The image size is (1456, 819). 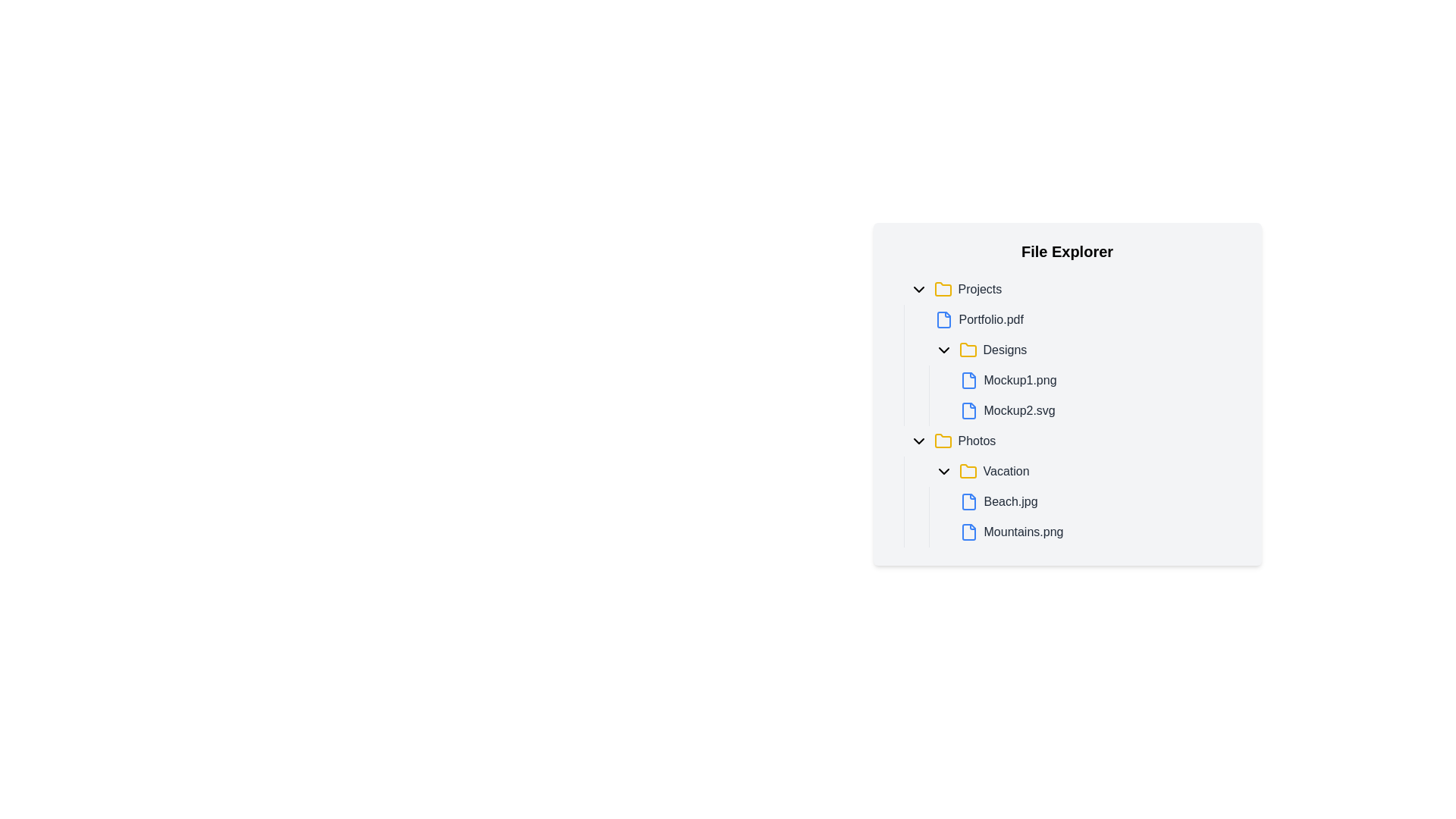 What do you see at coordinates (968, 532) in the screenshot?
I see `the file icon with a blue outline representing 'Mountains.png', located in the 'Photos' folder` at bounding box center [968, 532].